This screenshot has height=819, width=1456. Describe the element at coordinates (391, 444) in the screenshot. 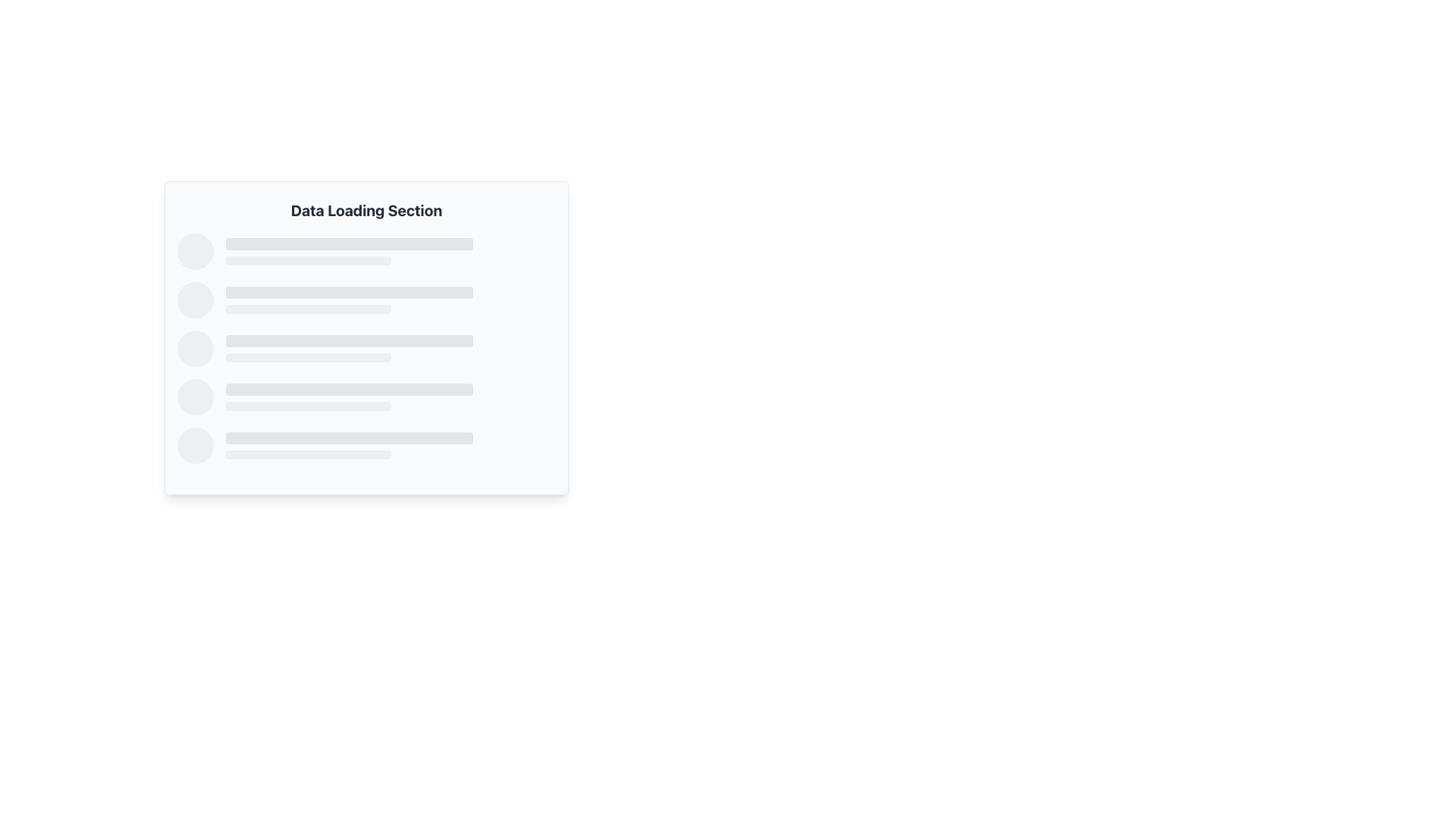

I see `the Skeleton placeholder element used for simulating loading data, positioned to the right of a circular placeholder image and below similar placeholder bars` at that location.